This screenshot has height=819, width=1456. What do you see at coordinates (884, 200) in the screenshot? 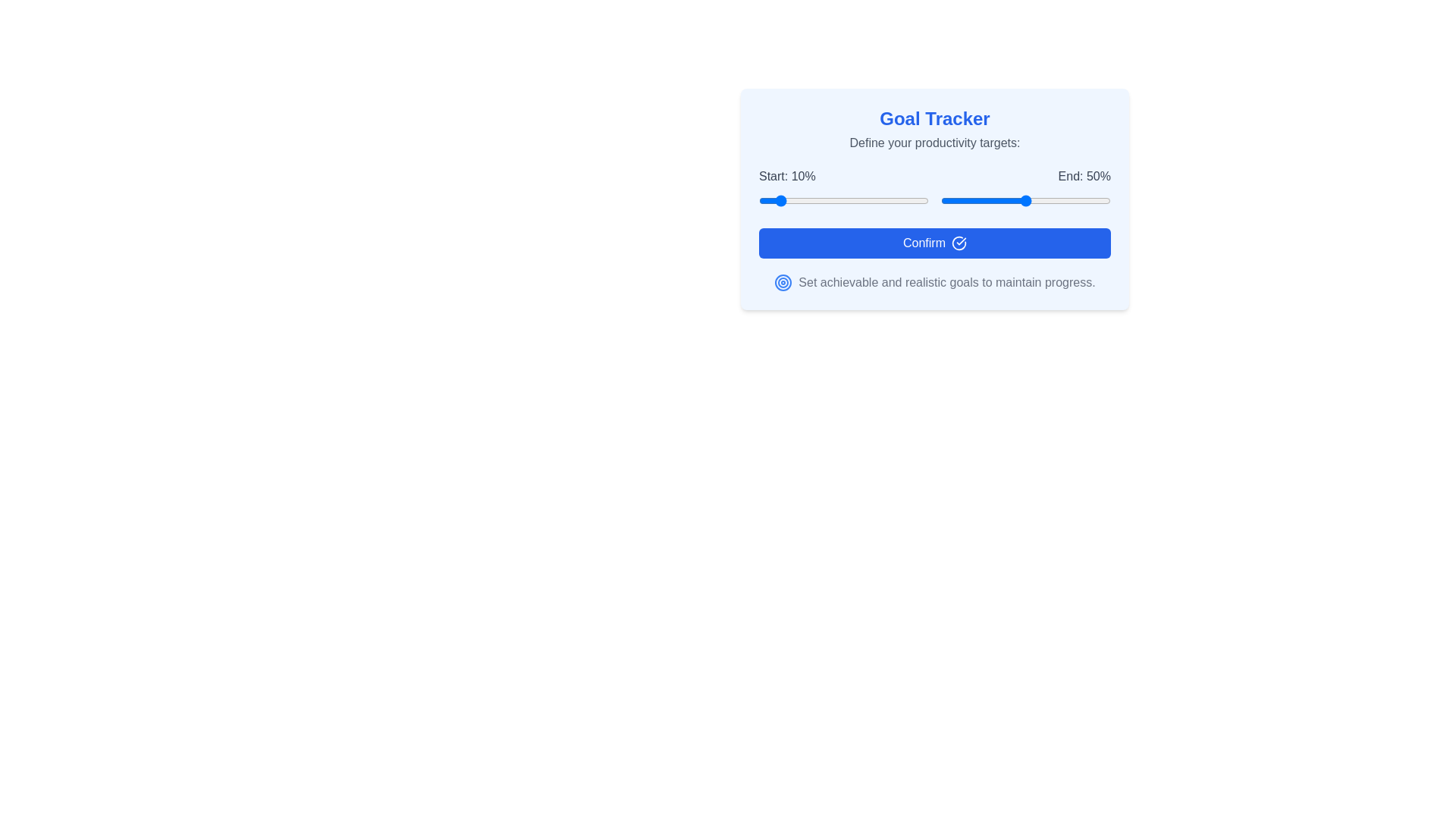
I see `the slider value` at bounding box center [884, 200].